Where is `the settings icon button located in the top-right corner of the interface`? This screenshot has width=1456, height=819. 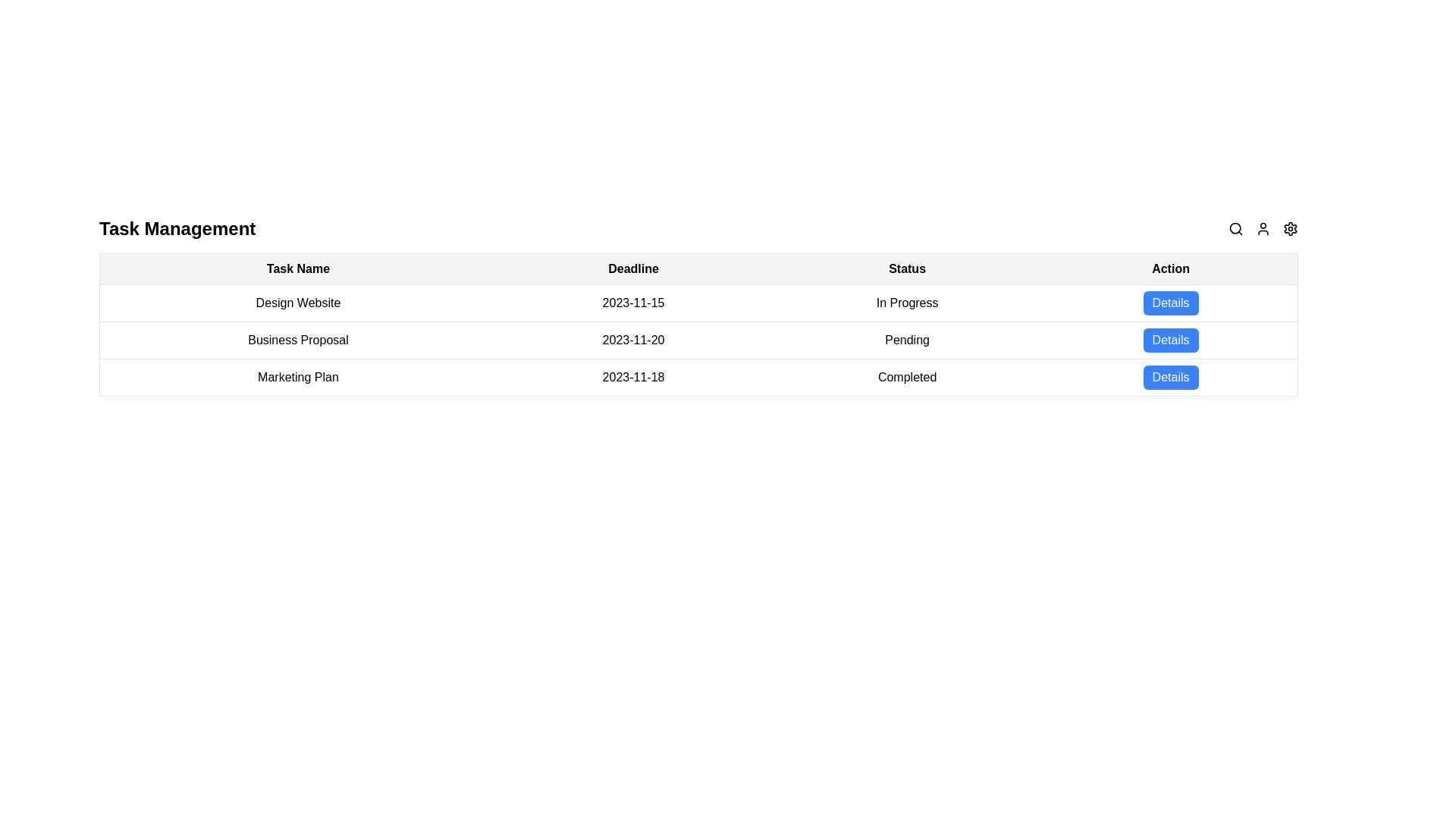
the settings icon button located in the top-right corner of the interface is located at coordinates (1290, 228).